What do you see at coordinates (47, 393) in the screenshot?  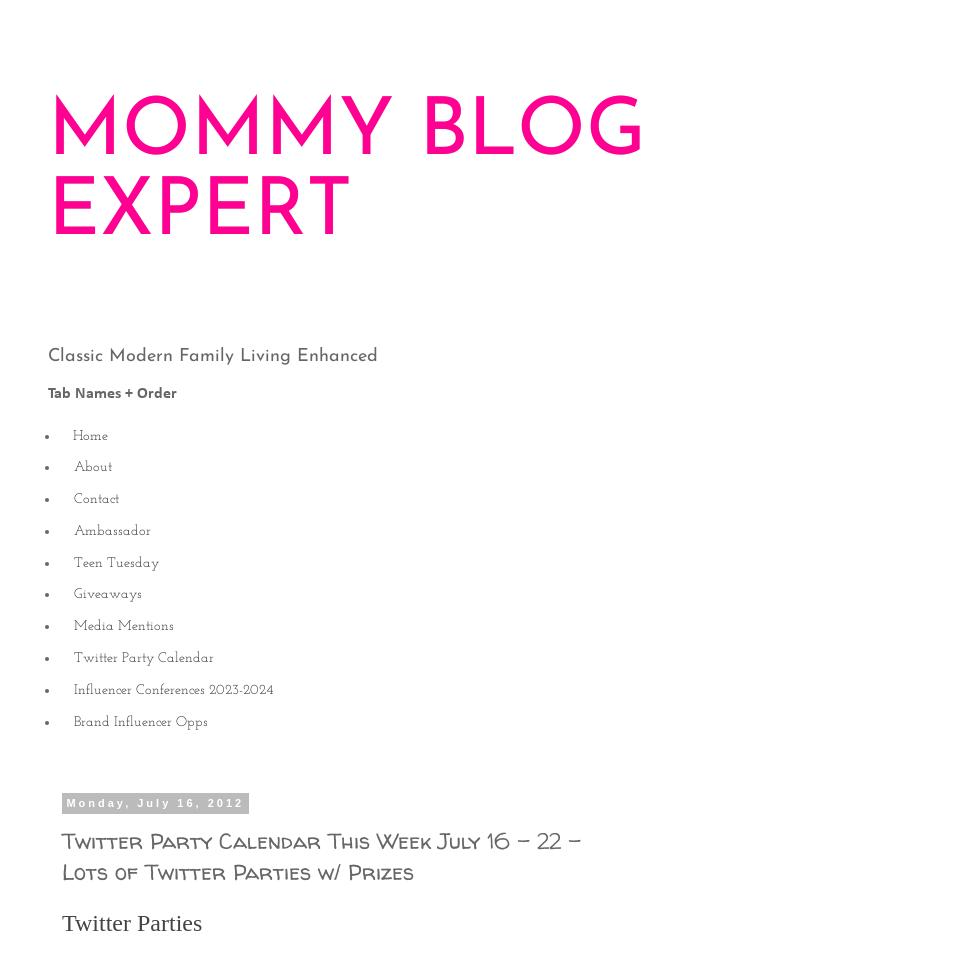 I see `'Tab Names + Order'` at bounding box center [47, 393].